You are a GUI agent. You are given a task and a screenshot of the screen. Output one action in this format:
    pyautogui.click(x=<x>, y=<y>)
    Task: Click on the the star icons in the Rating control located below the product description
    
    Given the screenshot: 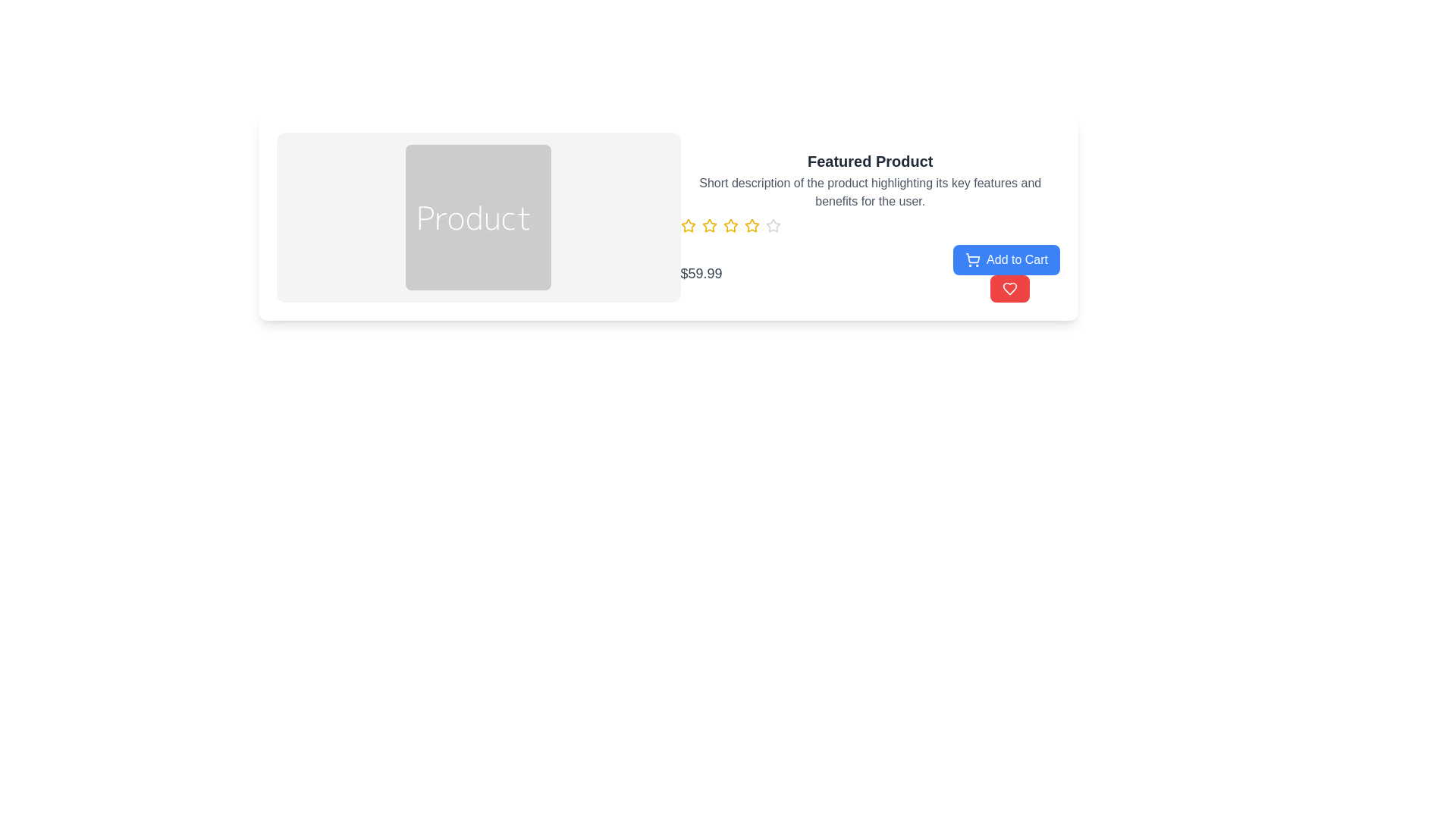 What is the action you would take?
    pyautogui.click(x=870, y=226)
    